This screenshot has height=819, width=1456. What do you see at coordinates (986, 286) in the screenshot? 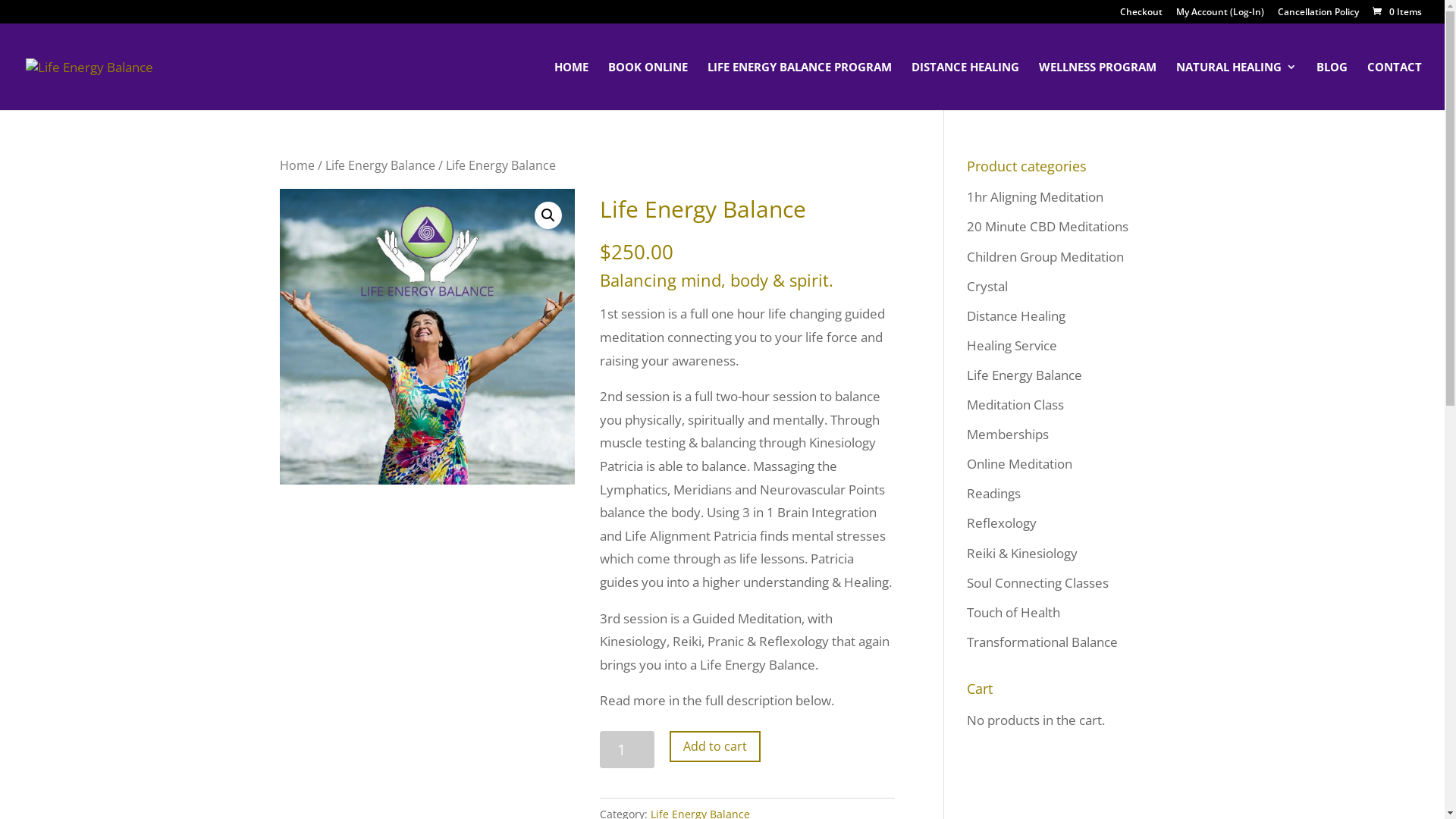
I see `'Crystal'` at bounding box center [986, 286].